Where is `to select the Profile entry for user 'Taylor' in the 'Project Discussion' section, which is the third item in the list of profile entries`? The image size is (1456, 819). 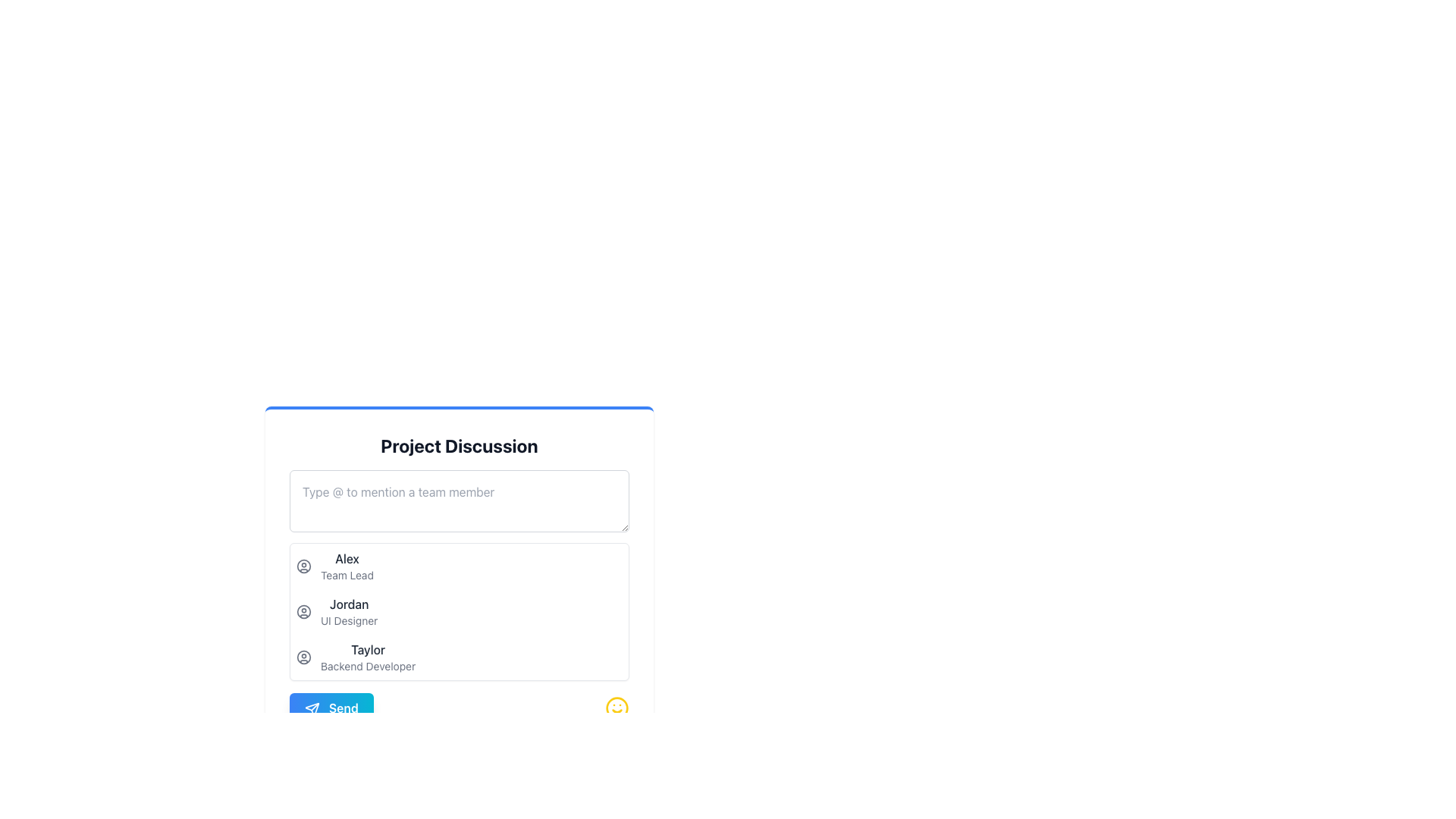 to select the Profile entry for user 'Taylor' in the 'Project Discussion' section, which is the third item in the list of profile entries is located at coordinates (458, 657).